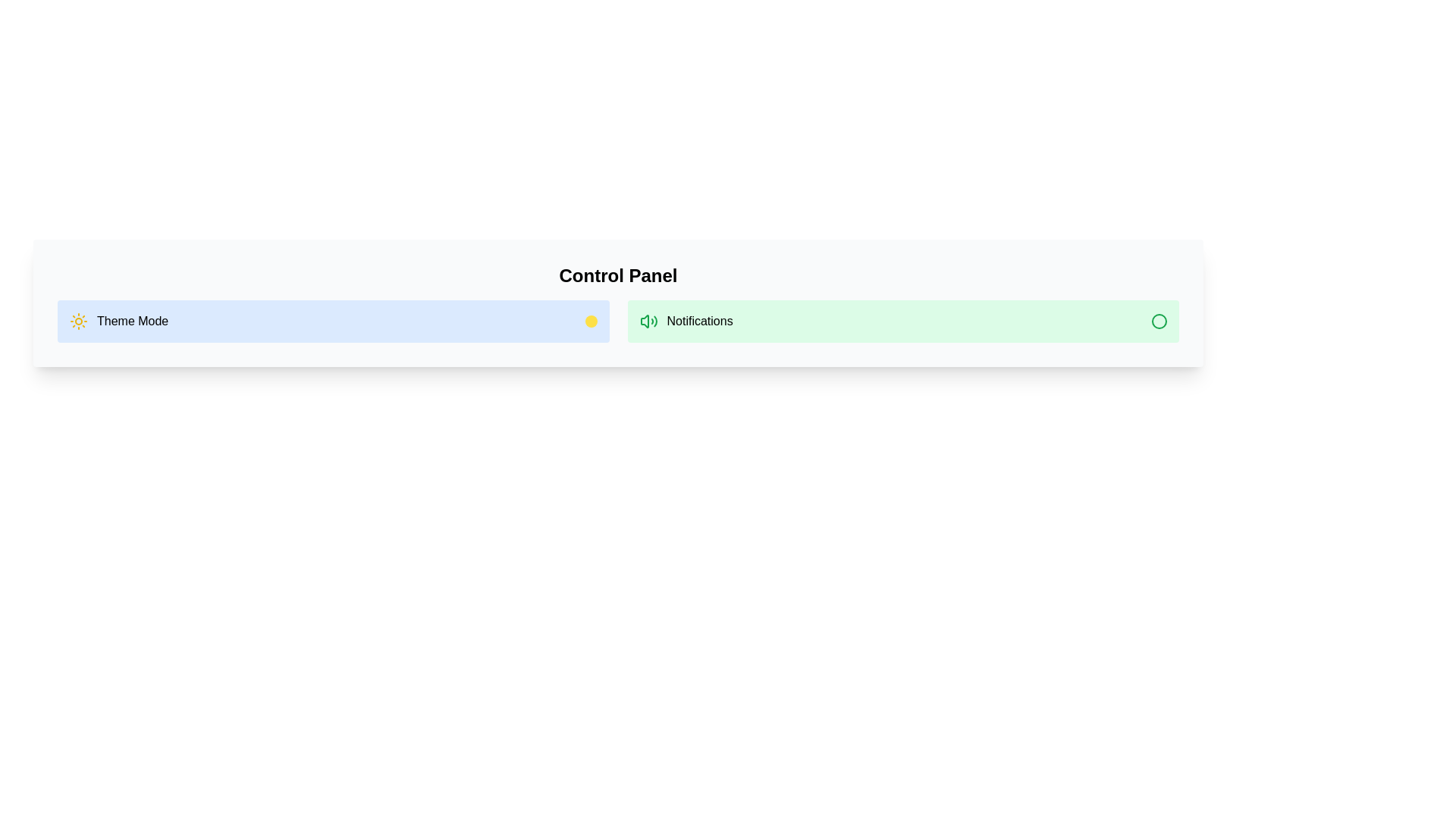 This screenshot has height=819, width=1456. What do you see at coordinates (648, 321) in the screenshot?
I see `the green volume icon located to the left of the 'Notifications' text label in the notification control module` at bounding box center [648, 321].